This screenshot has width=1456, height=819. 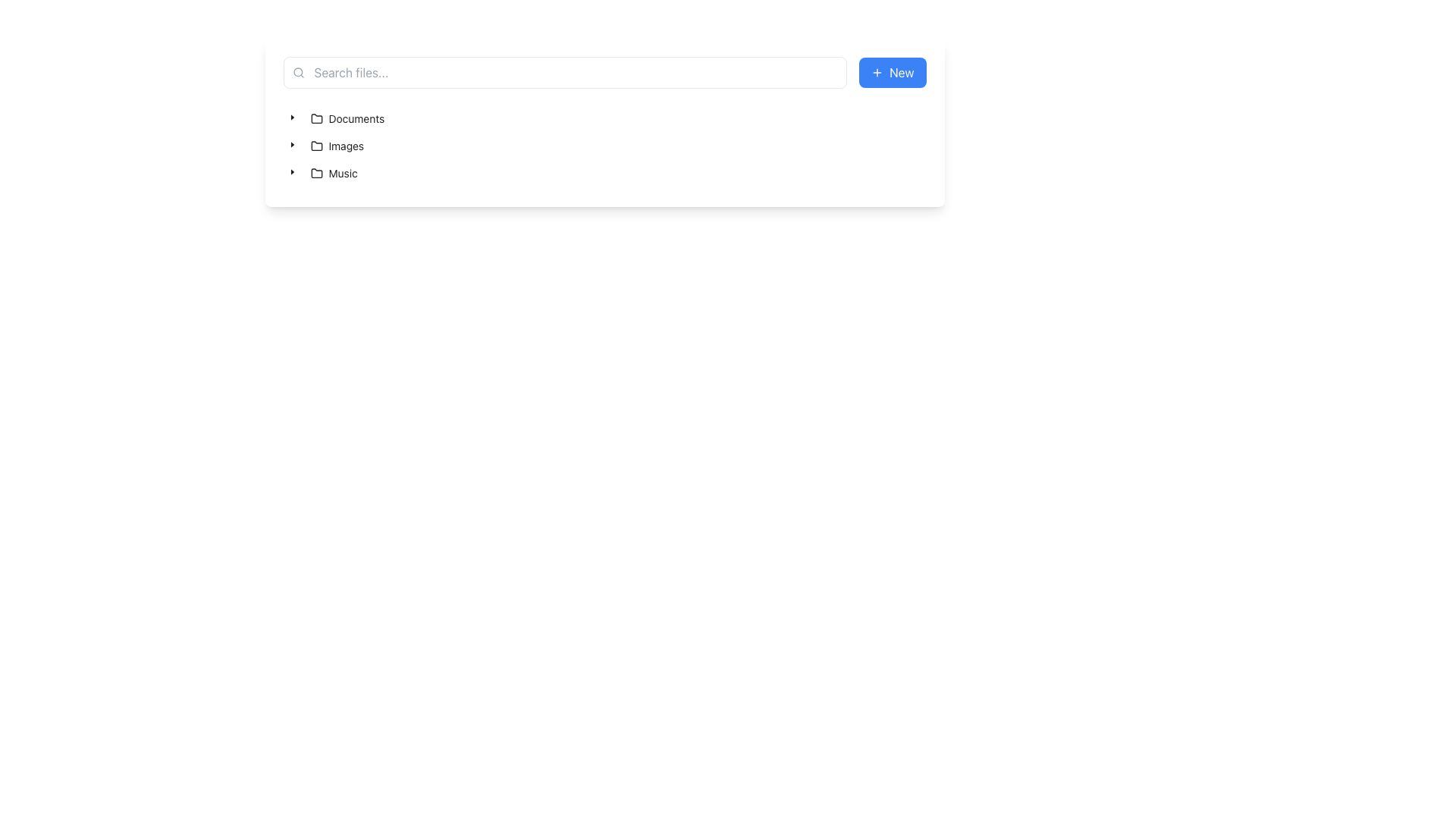 What do you see at coordinates (336, 146) in the screenshot?
I see `the 'Images' label with a folder icon, which is the second item` at bounding box center [336, 146].